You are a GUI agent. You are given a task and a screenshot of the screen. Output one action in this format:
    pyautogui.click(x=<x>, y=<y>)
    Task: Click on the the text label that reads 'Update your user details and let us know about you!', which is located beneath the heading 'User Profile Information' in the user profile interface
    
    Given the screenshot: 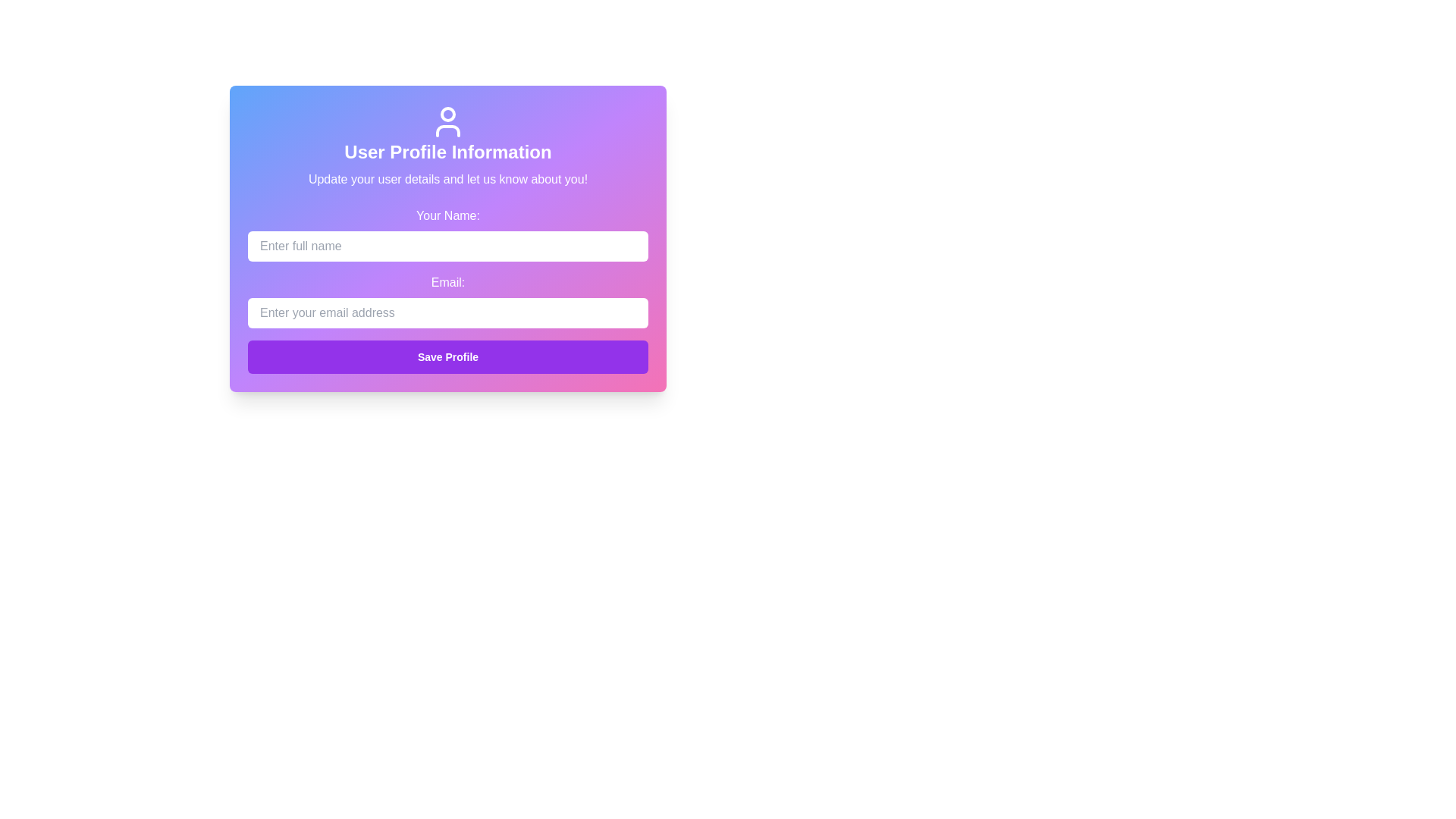 What is the action you would take?
    pyautogui.click(x=447, y=178)
    